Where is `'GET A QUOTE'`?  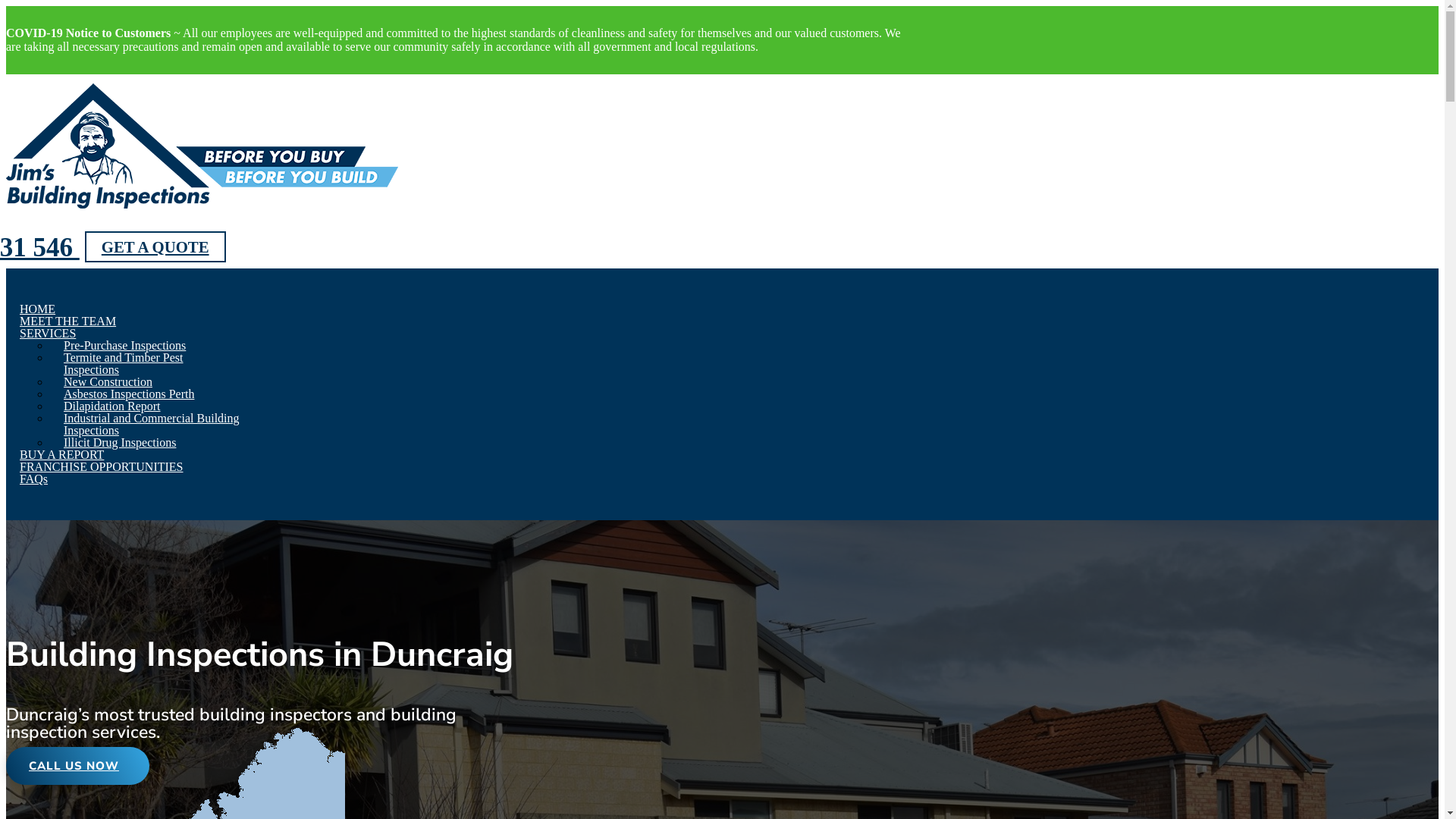 'GET A QUOTE' is located at coordinates (155, 246).